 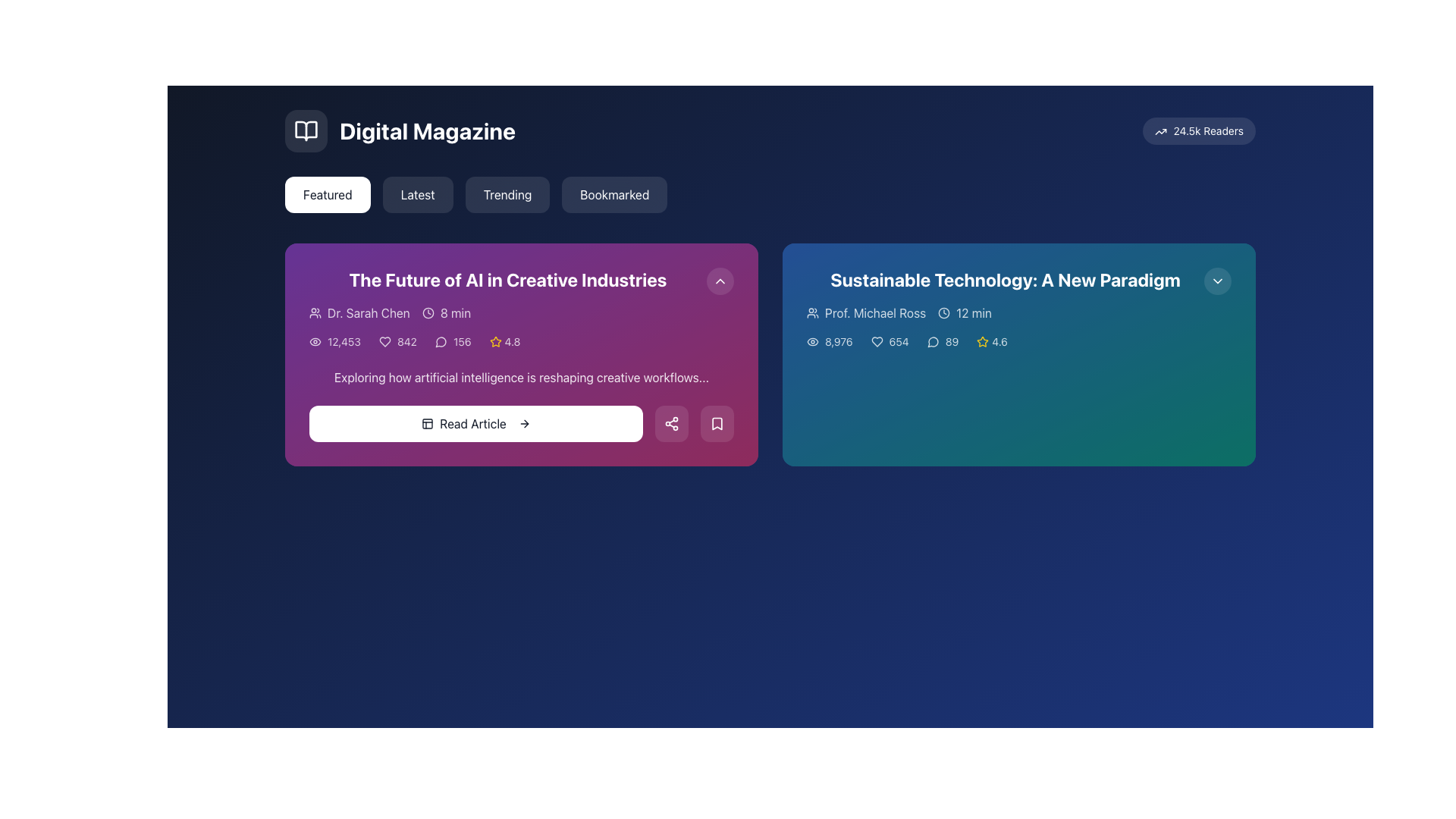 I want to click on the upward-pointing chevron arrow icon button located at the central top region of the card-like block on the left side of the interface, so click(x=720, y=281).